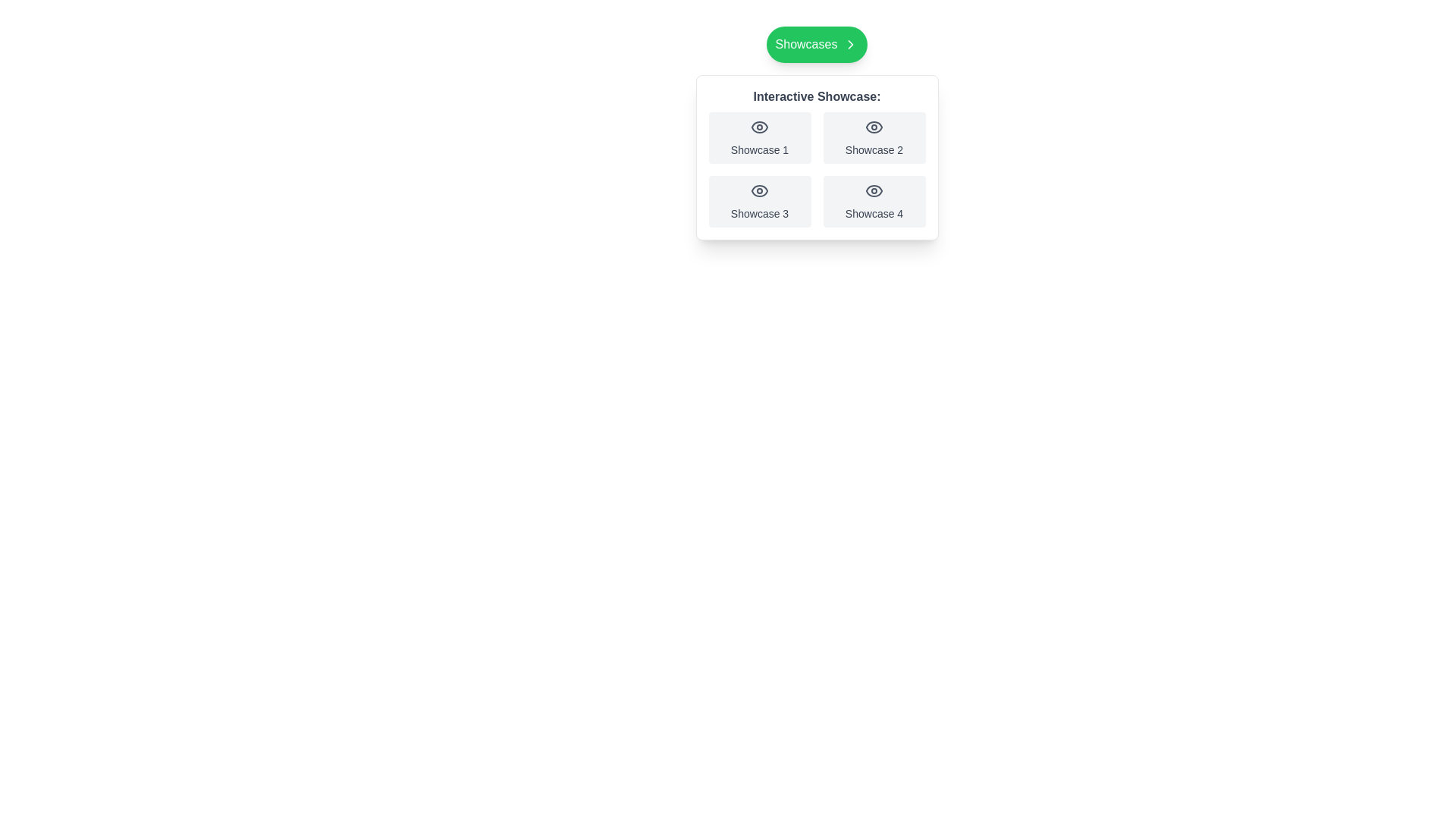  I want to click on text of the label located at the bottom-left card of the 2x2 grid layout under the header 'Interactive Showcase', so click(760, 213).